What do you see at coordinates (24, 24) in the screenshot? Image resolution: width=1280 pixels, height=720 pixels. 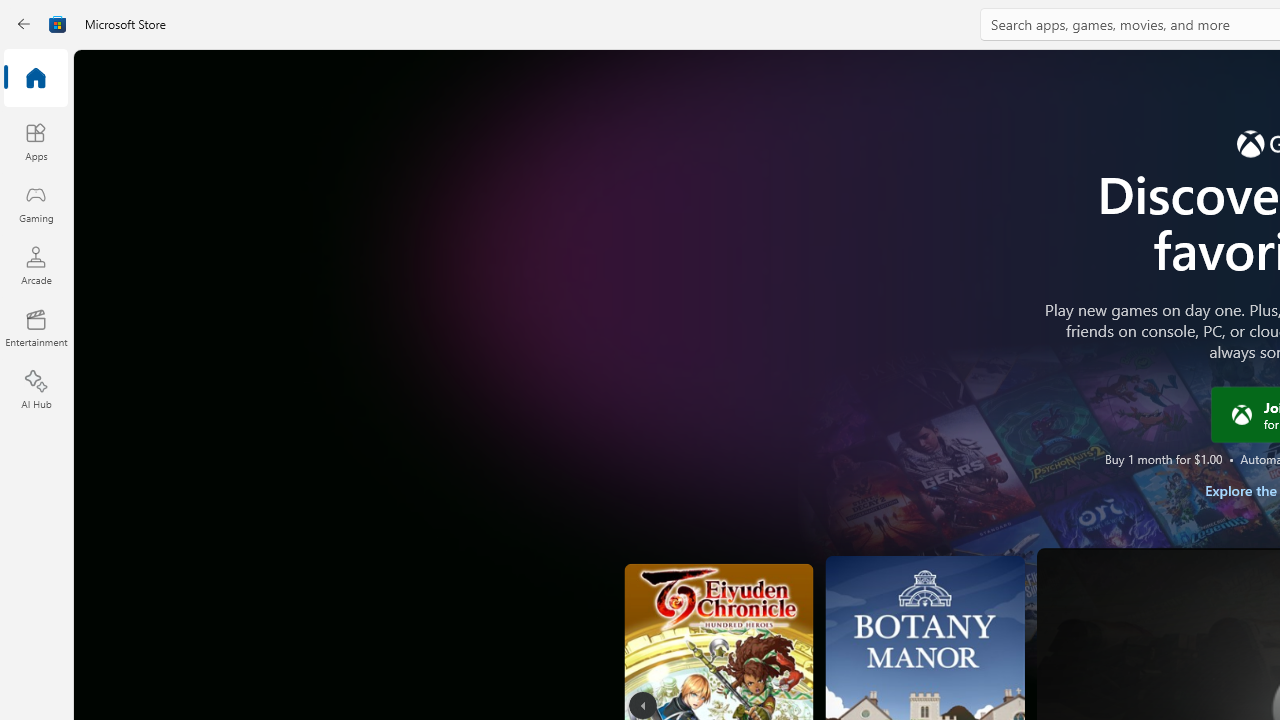 I see `'Back'` at bounding box center [24, 24].